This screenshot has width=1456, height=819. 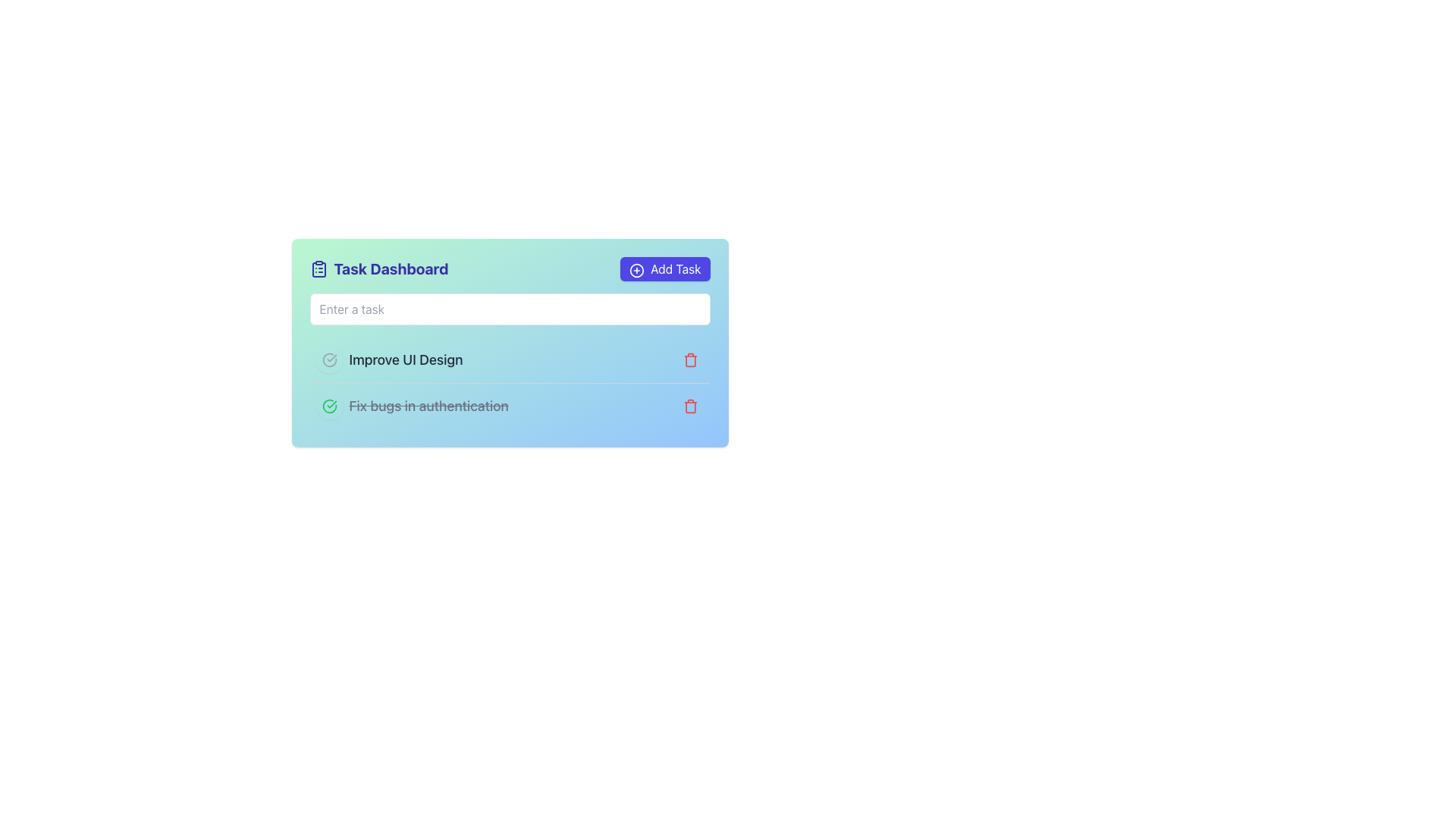 What do you see at coordinates (665, 268) in the screenshot?
I see `the 'Add Task' button with a purple background and white text located at the top-right side of the 'Task Dashboard' section` at bounding box center [665, 268].